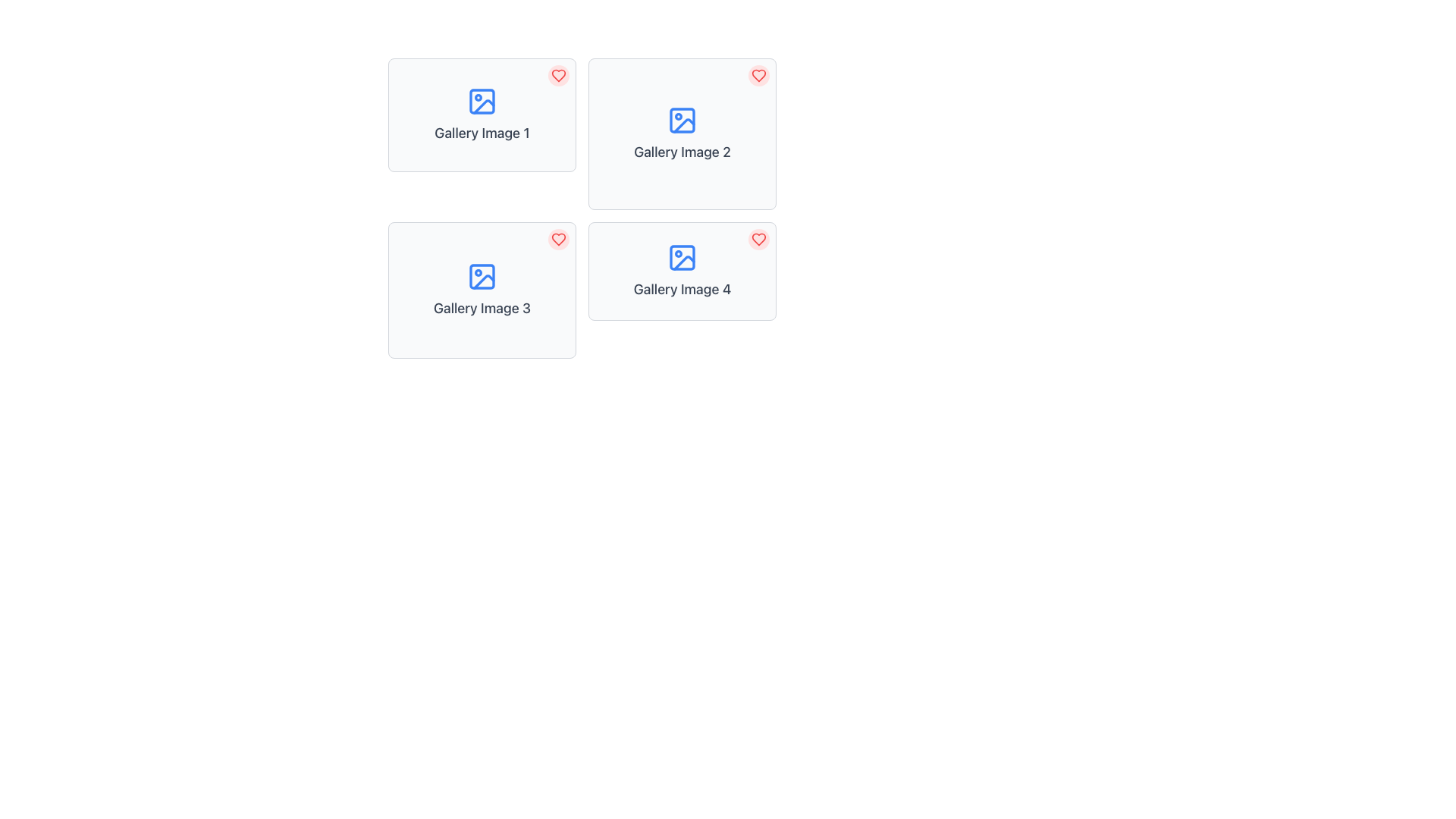  I want to click on the icon representing the image in the 'Gallery Image 2' card, located at the center of the grid card, so click(682, 119).